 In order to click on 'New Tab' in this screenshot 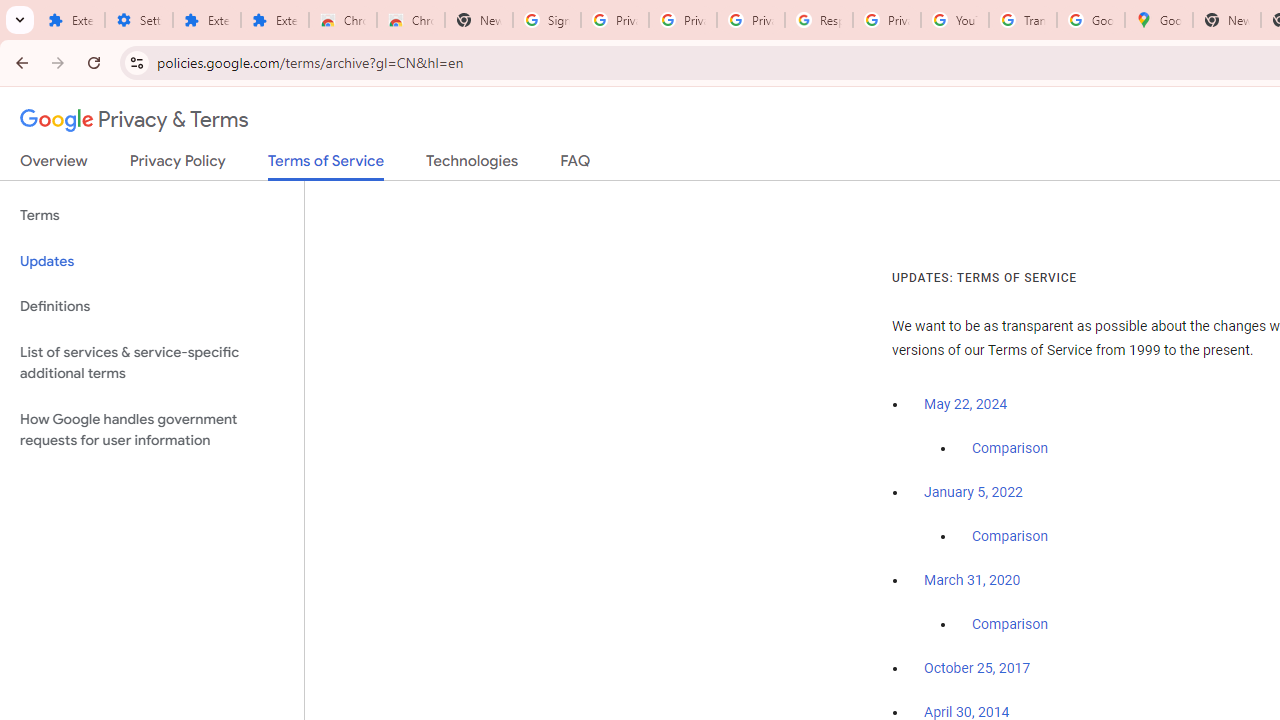, I will do `click(1225, 20)`.